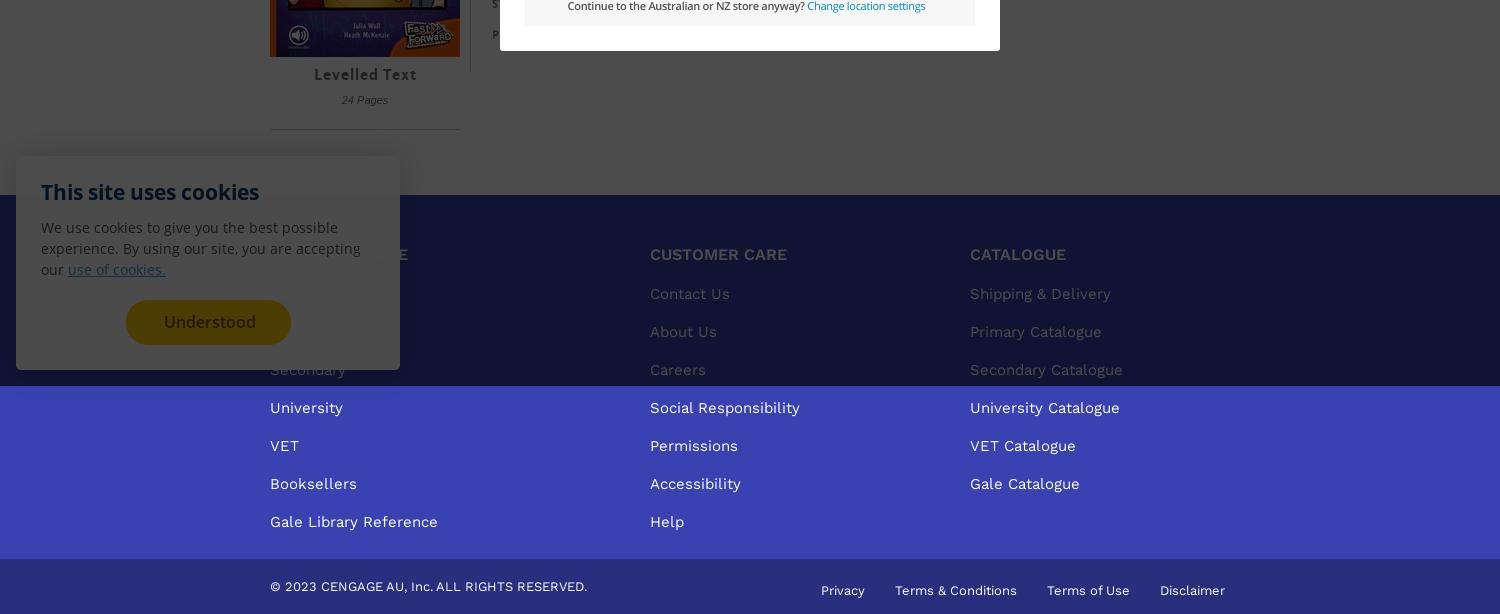  Describe the element at coordinates (1040, 292) in the screenshot. I see `'Shipping & Delivery'` at that location.